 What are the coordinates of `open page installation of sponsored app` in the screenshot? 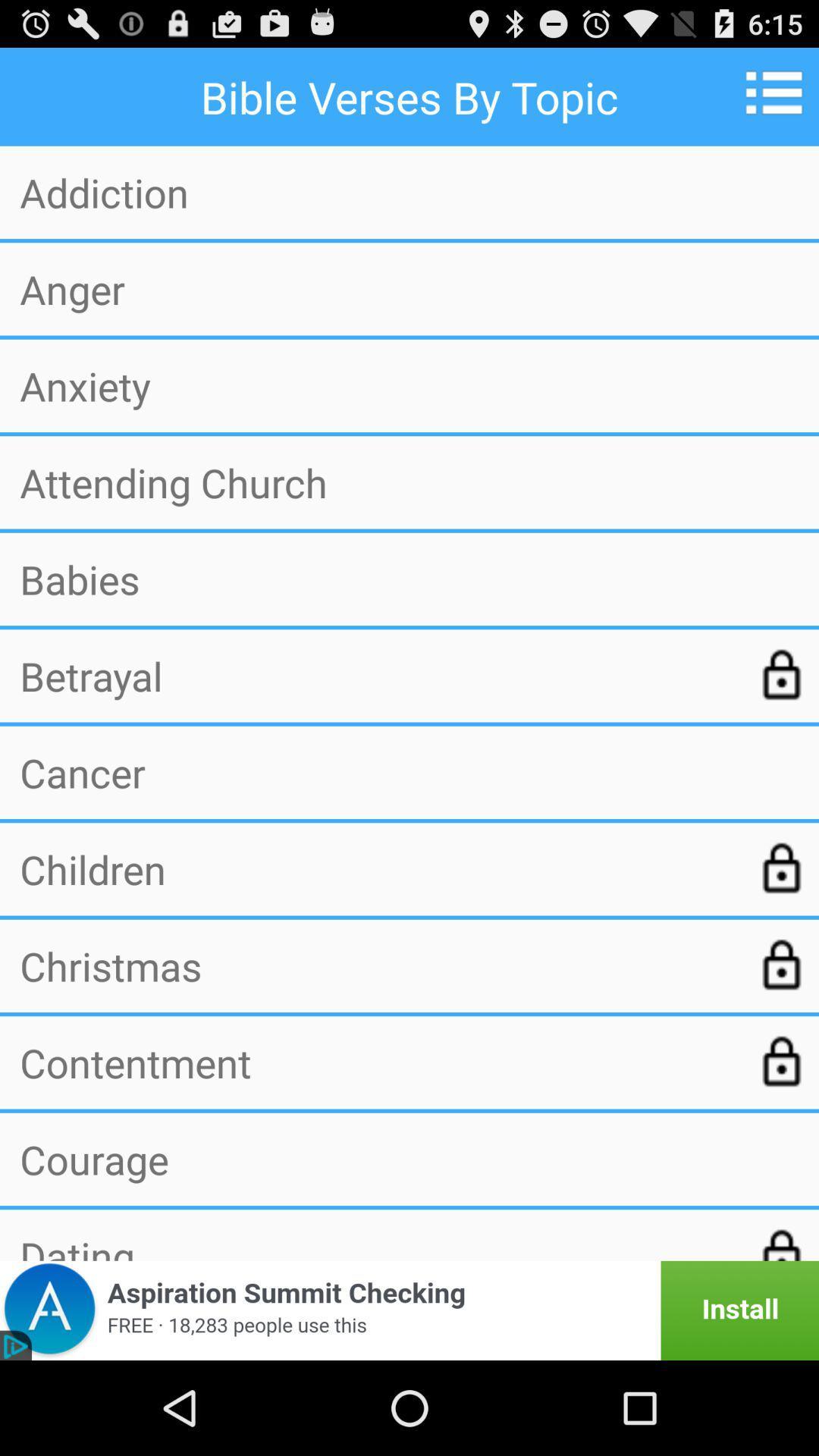 It's located at (409, 1310).